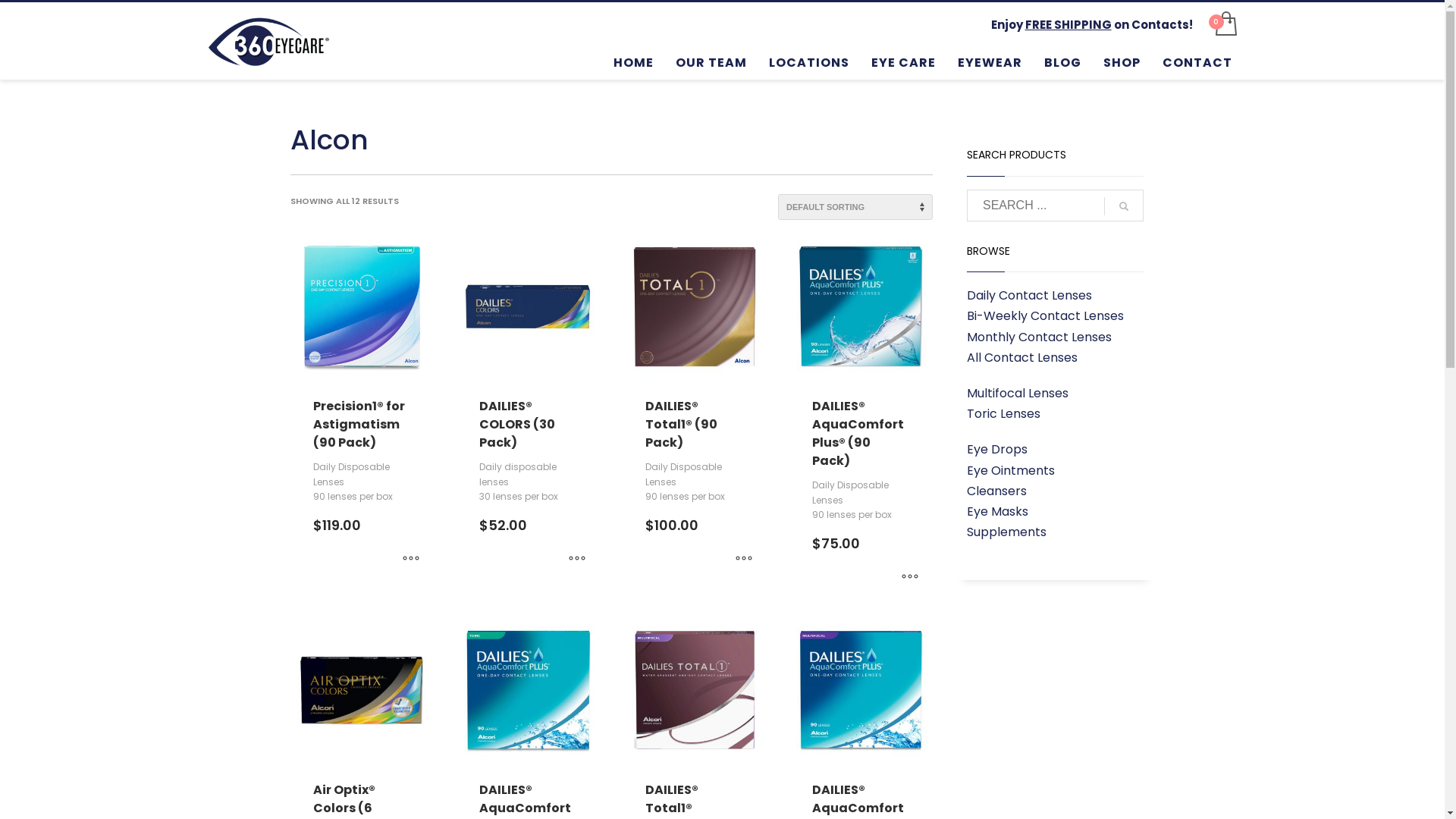 The image size is (1456, 819). I want to click on 'Supplements', so click(966, 531).